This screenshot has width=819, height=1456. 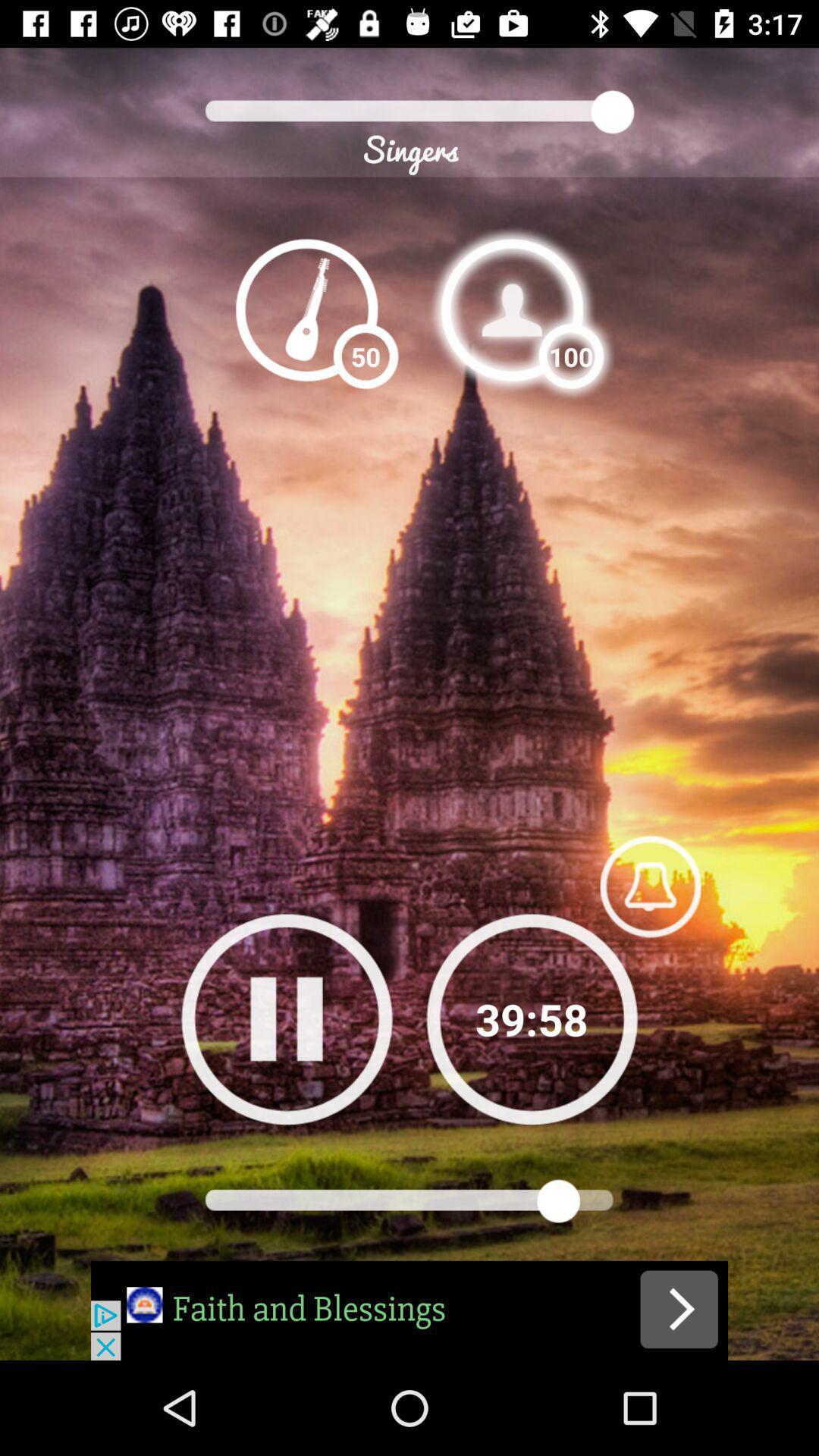 What do you see at coordinates (649, 886) in the screenshot?
I see `set alarm` at bounding box center [649, 886].